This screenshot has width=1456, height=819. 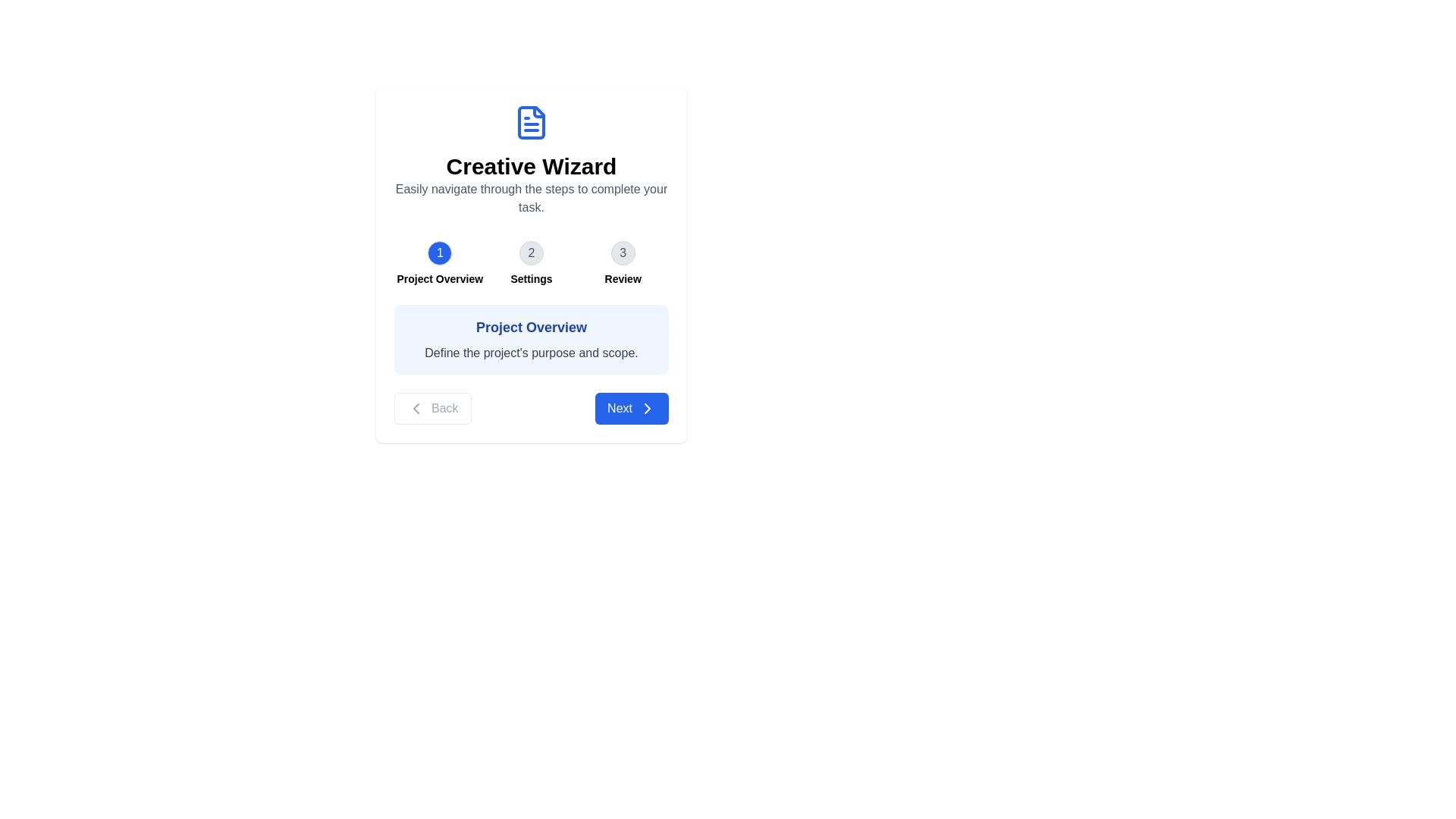 What do you see at coordinates (431, 408) in the screenshot?
I see `the 'Back' button, which is a gray-bordered button with rounded corners and a leftward-pointing arrow icon, located at the bottom left of the 'Creative Wizard' interface` at bounding box center [431, 408].